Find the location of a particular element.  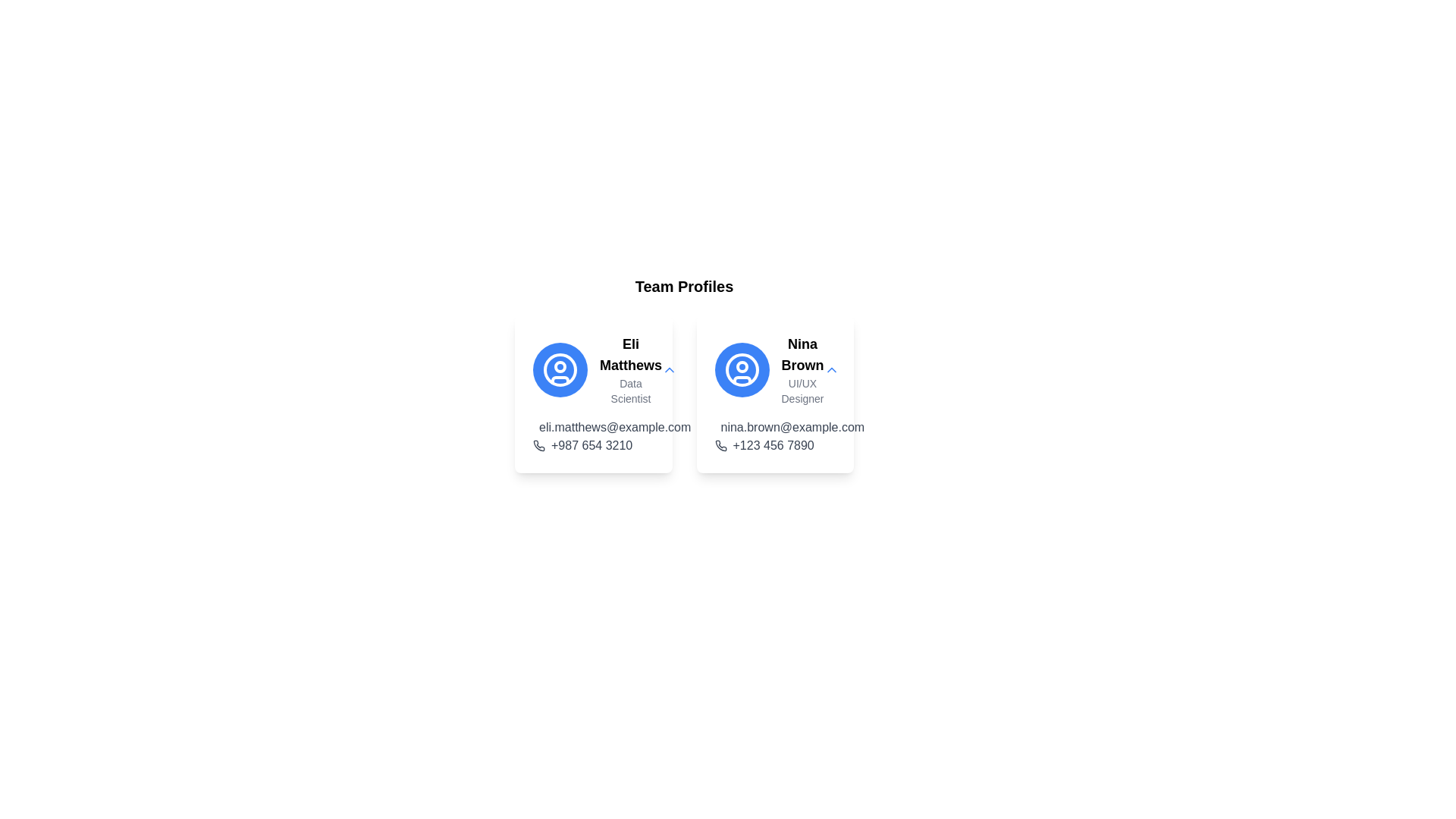

the Text Label that displays the user's identity in the top left profile card of the 'Team Profiles' section is located at coordinates (630, 354).